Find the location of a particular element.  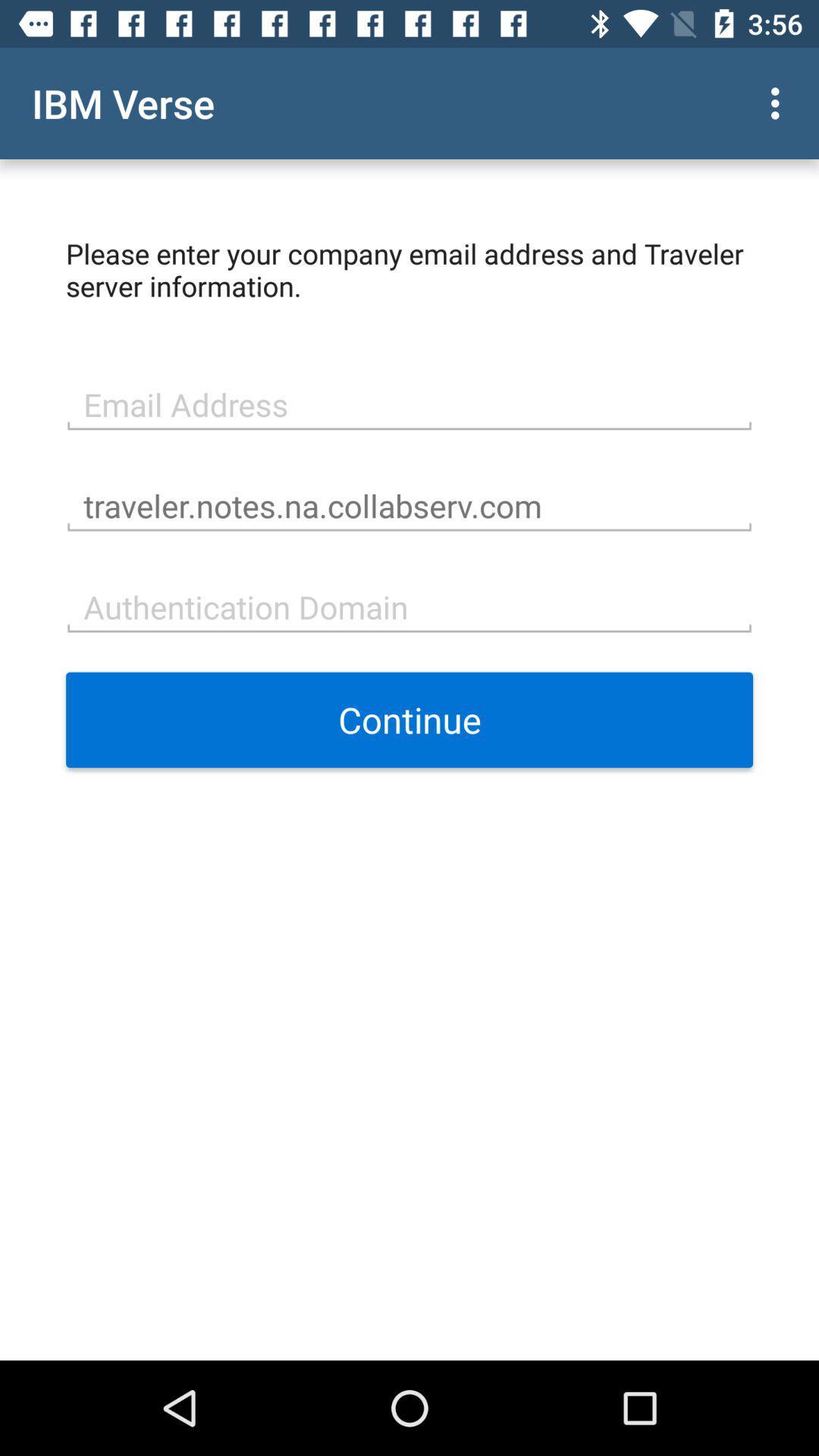

traveler notes na is located at coordinates (409, 504).